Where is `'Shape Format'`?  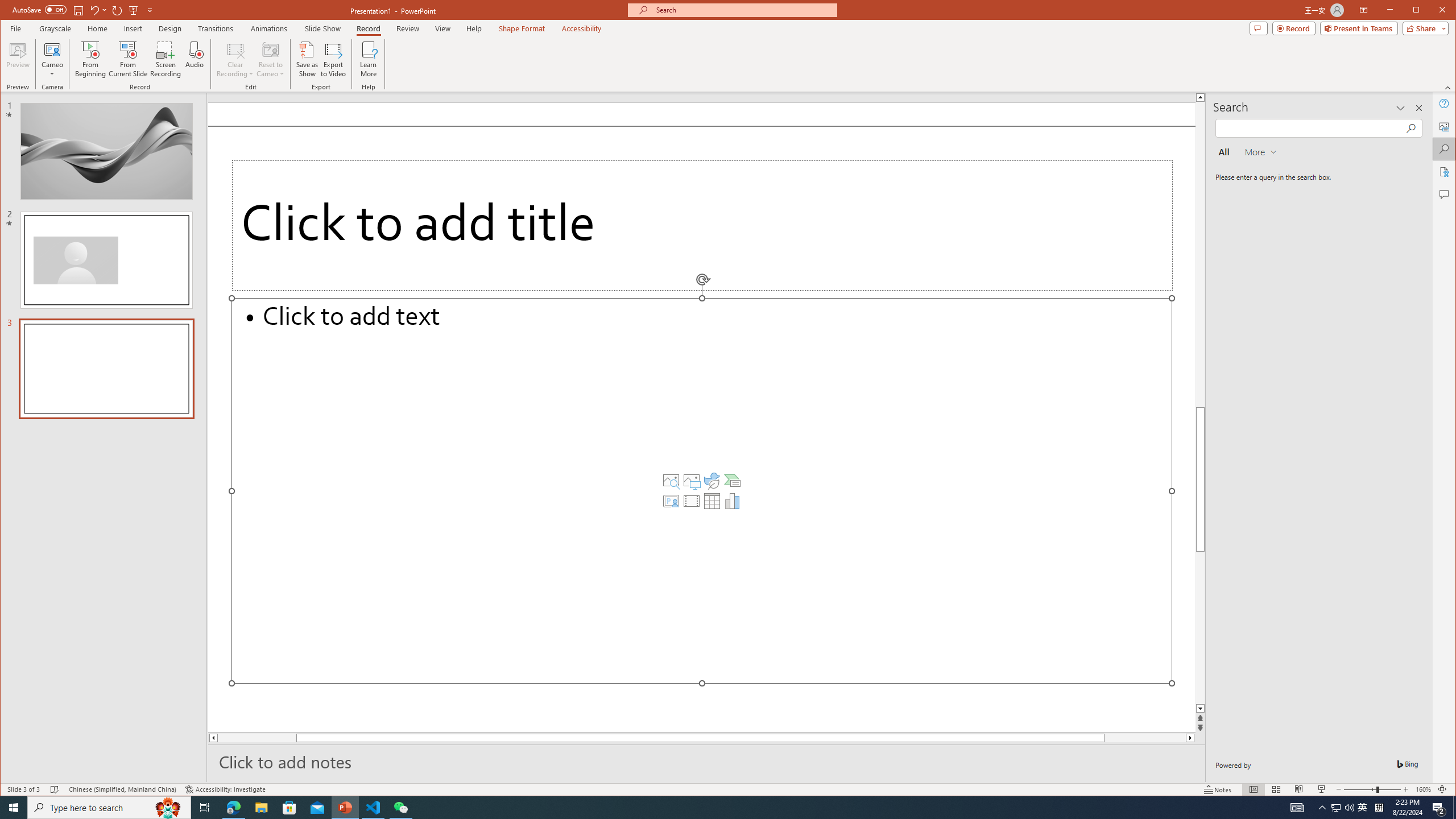 'Shape Format' is located at coordinates (522, 28).